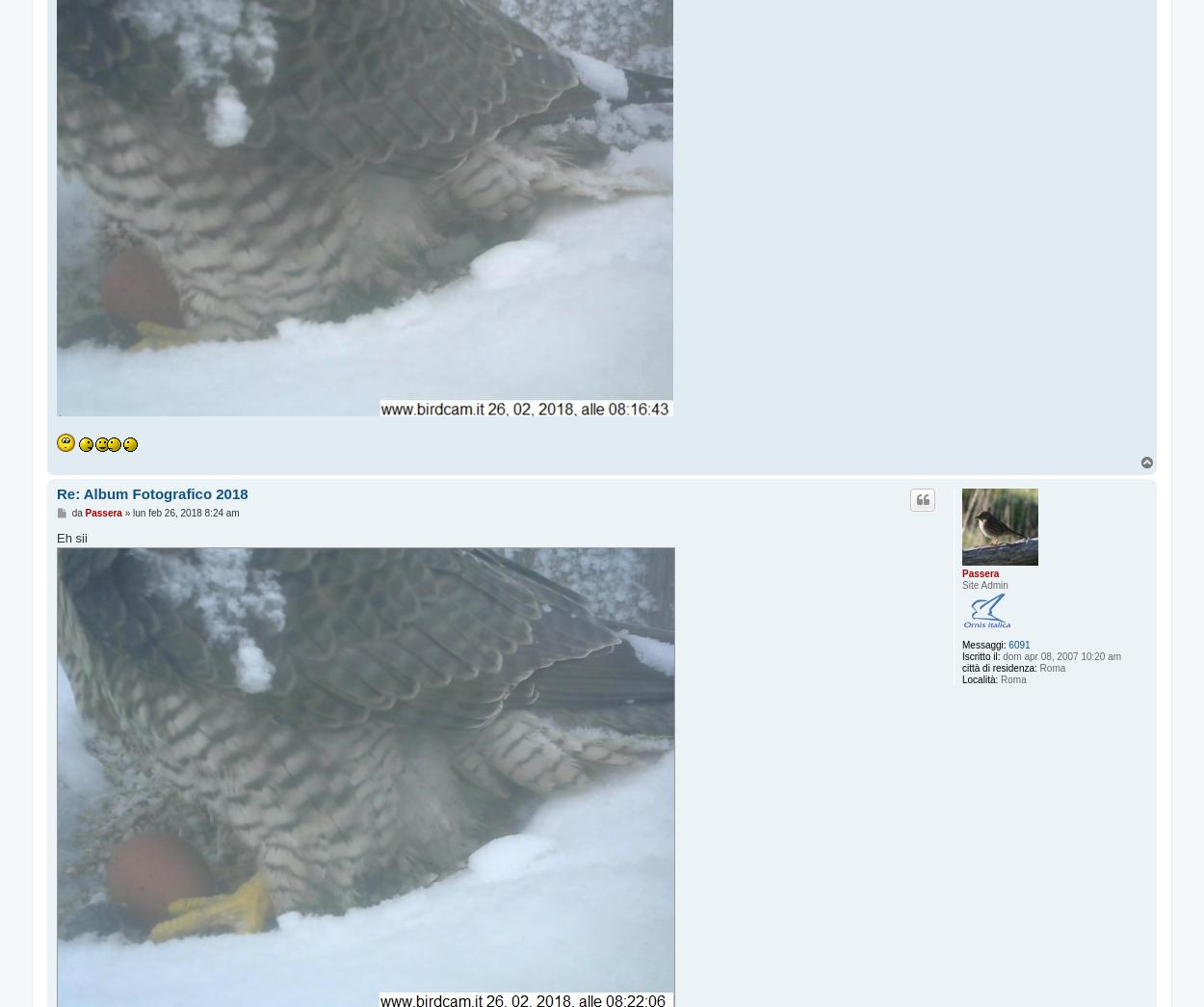 Image resolution: width=1204 pixels, height=1007 pixels. What do you see at coordinates (981, 655) in the screenshot?
I see `'Iscritto il:'` at bounding box center [981, 655].